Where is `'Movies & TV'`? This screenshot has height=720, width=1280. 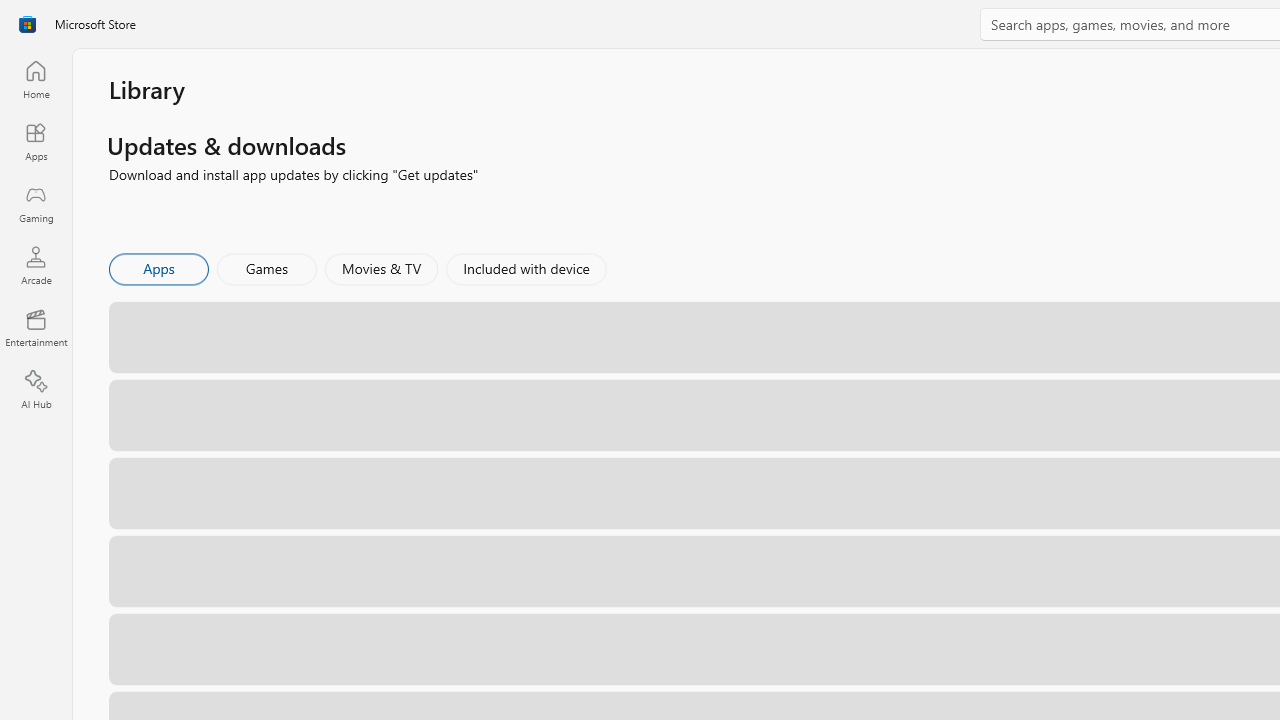 'Movies & TV' is located at coordinates (381, 267).